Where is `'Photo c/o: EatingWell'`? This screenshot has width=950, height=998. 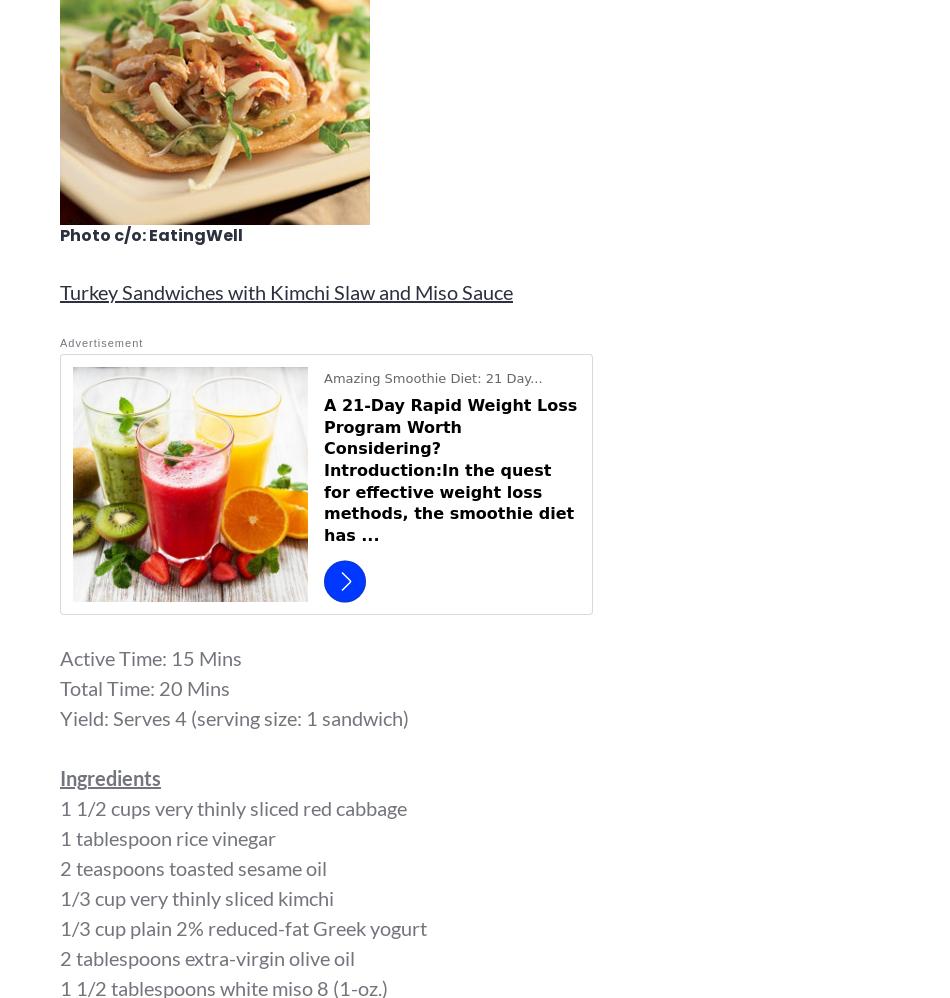
'Photo c/o: EatingWell' is located at coordinates (153, 234).